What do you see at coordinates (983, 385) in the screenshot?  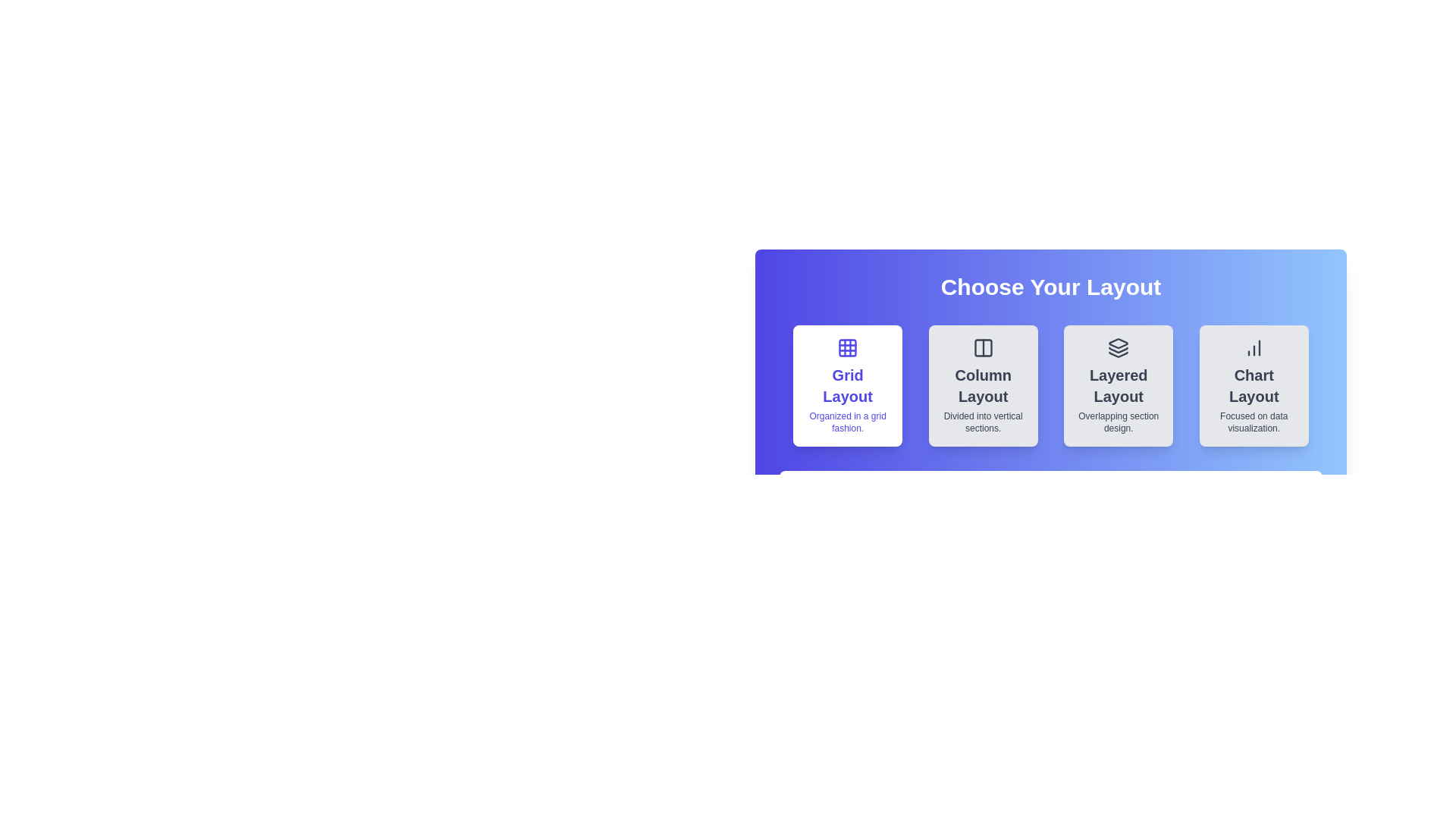 I see `the layout button corresponding to Column Layout` at bounding box center [983, 385].